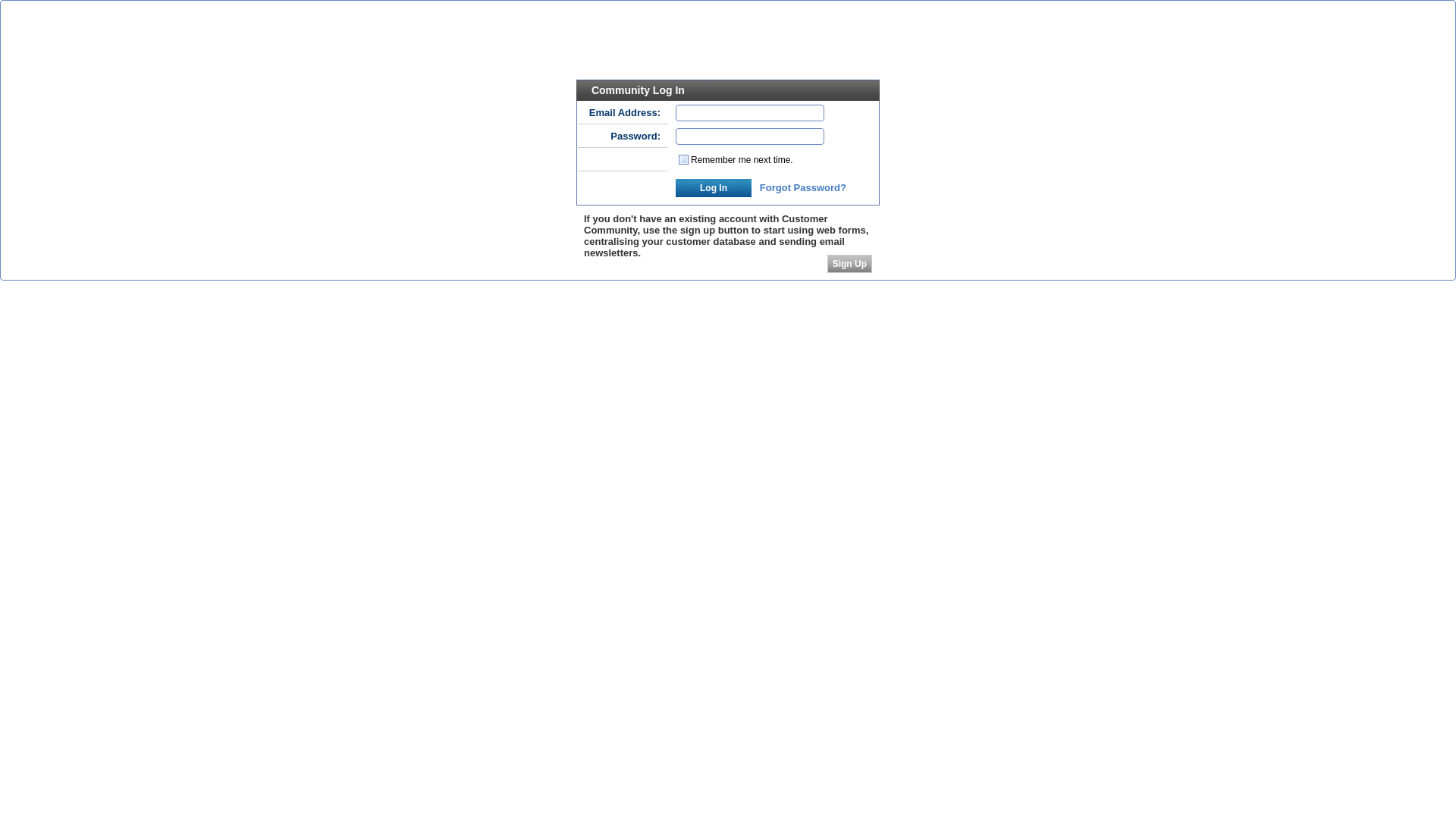  I want to click on 'Log In', so click(712, 187).